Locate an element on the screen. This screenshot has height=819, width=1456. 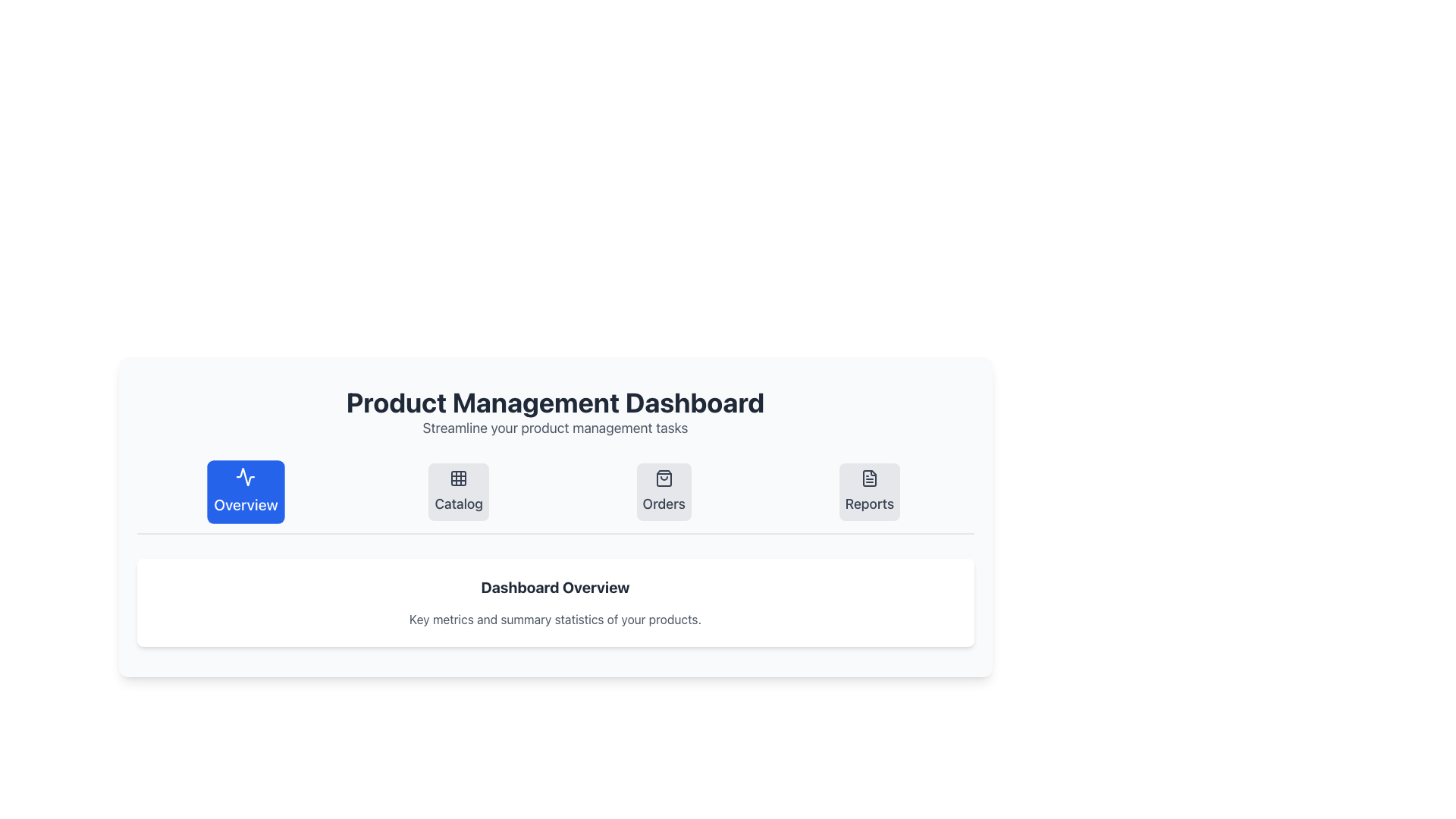
the 'Catalog' button in the navigation bar for accessibility is located at coordinates (458, 491).